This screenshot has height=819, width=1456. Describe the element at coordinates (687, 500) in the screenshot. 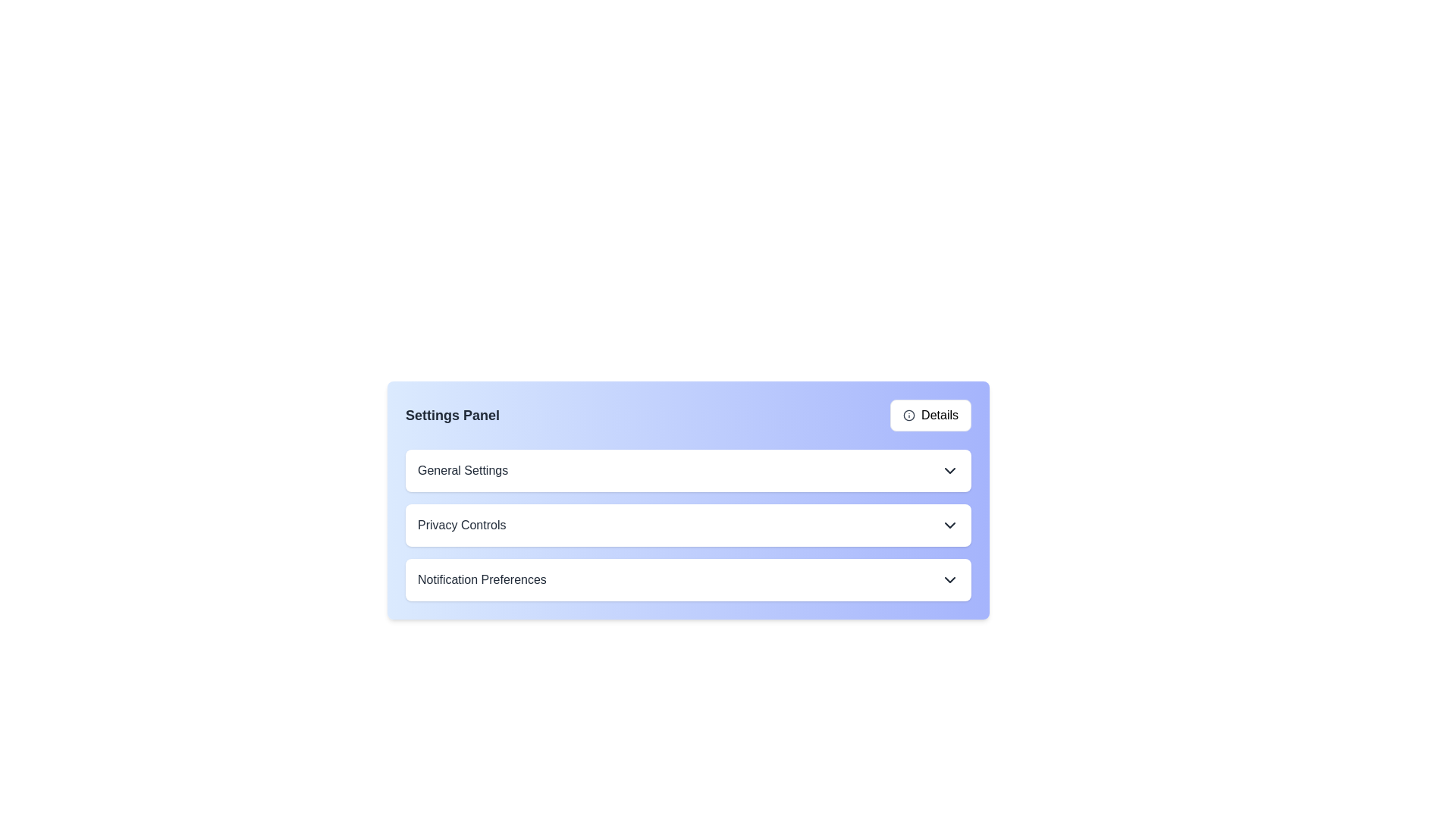

I see `the settings menu panel, which contains sections for General Settings, Privacy Controls, and Notification Preferences` at that location.